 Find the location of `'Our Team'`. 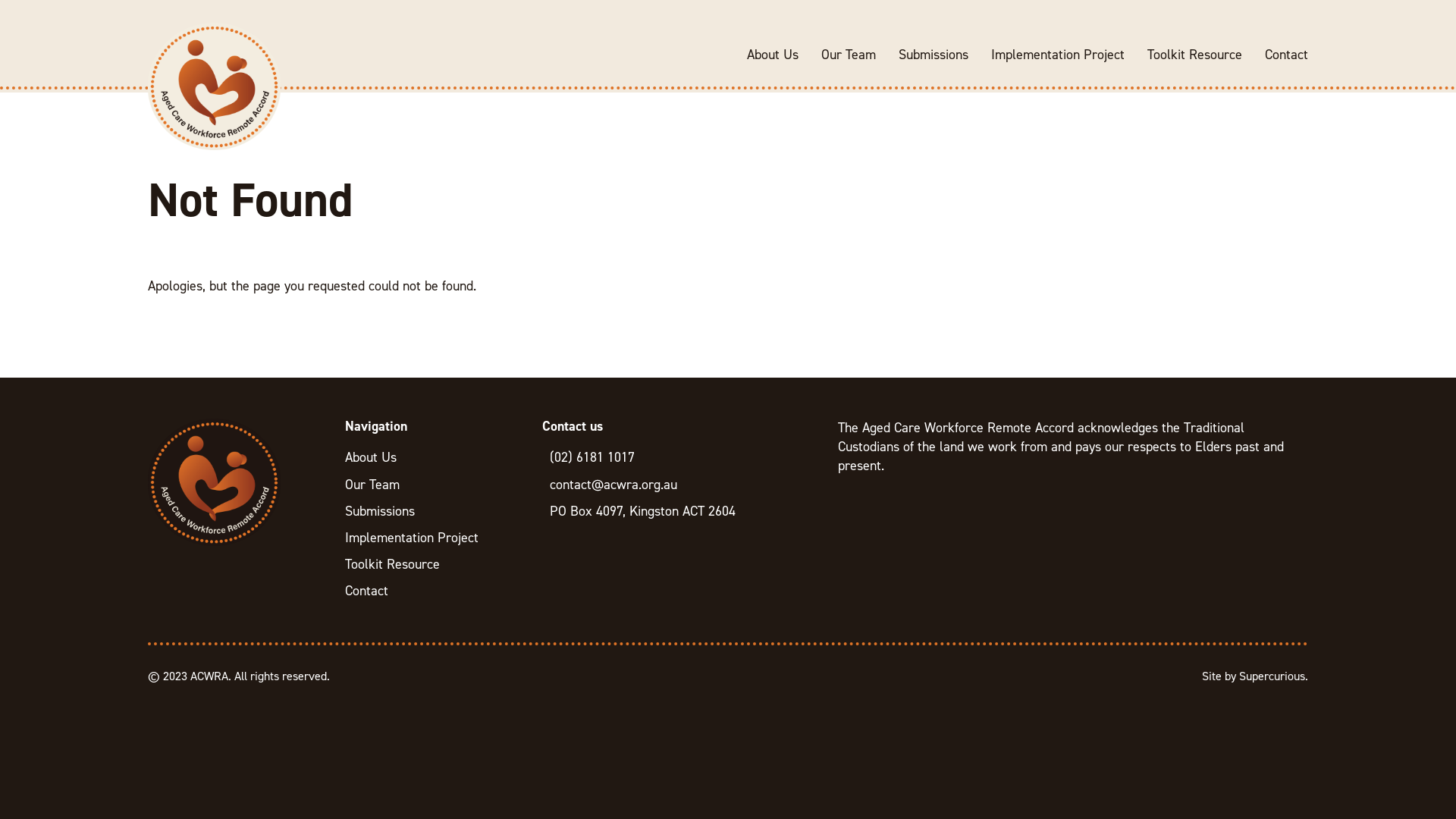

'Our Team' is located at coordinates (431, 485).